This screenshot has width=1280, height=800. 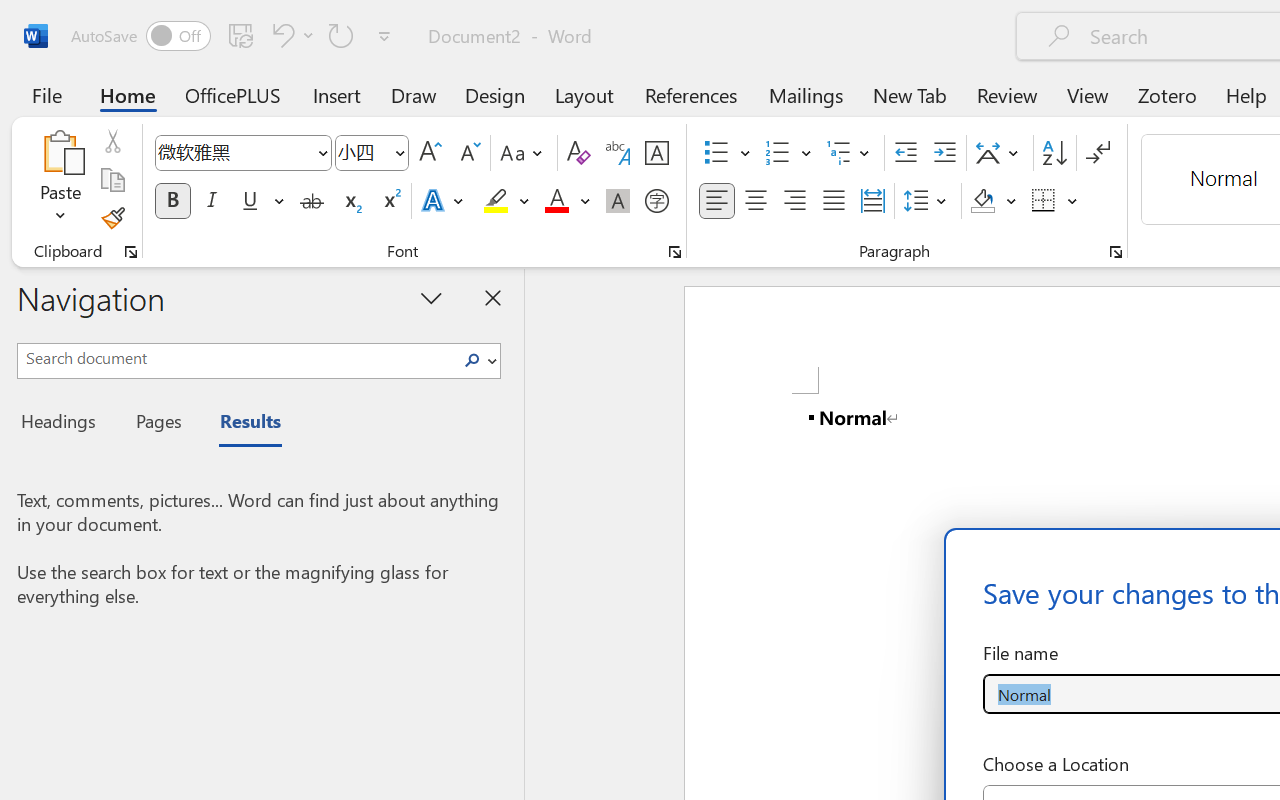 What do you see at coordinates (755, 201) in the screenshot?
I see `'Center'` at bounding box center [755, 201].